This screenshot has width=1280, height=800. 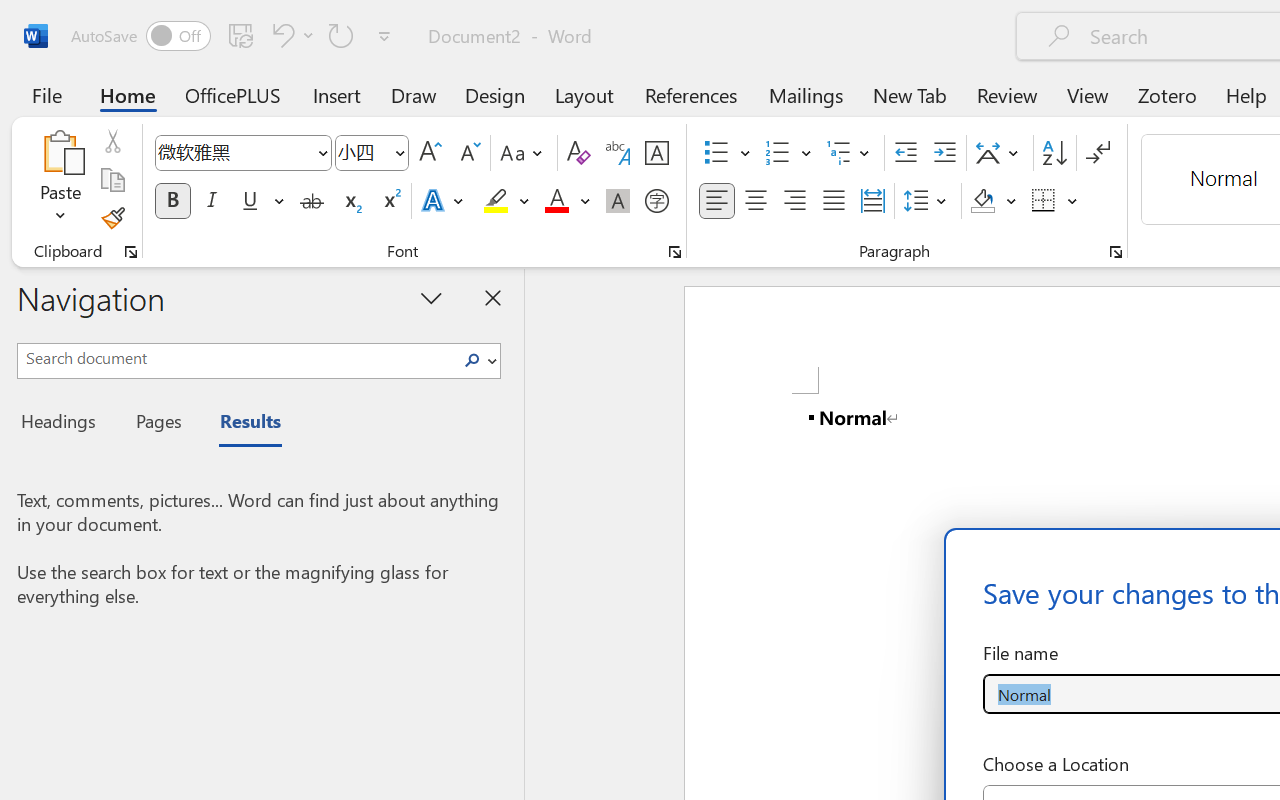 What do you see at coordinates (755, 201) in the screenshot?
I see `'Center'` at bounding box center [755, 201].